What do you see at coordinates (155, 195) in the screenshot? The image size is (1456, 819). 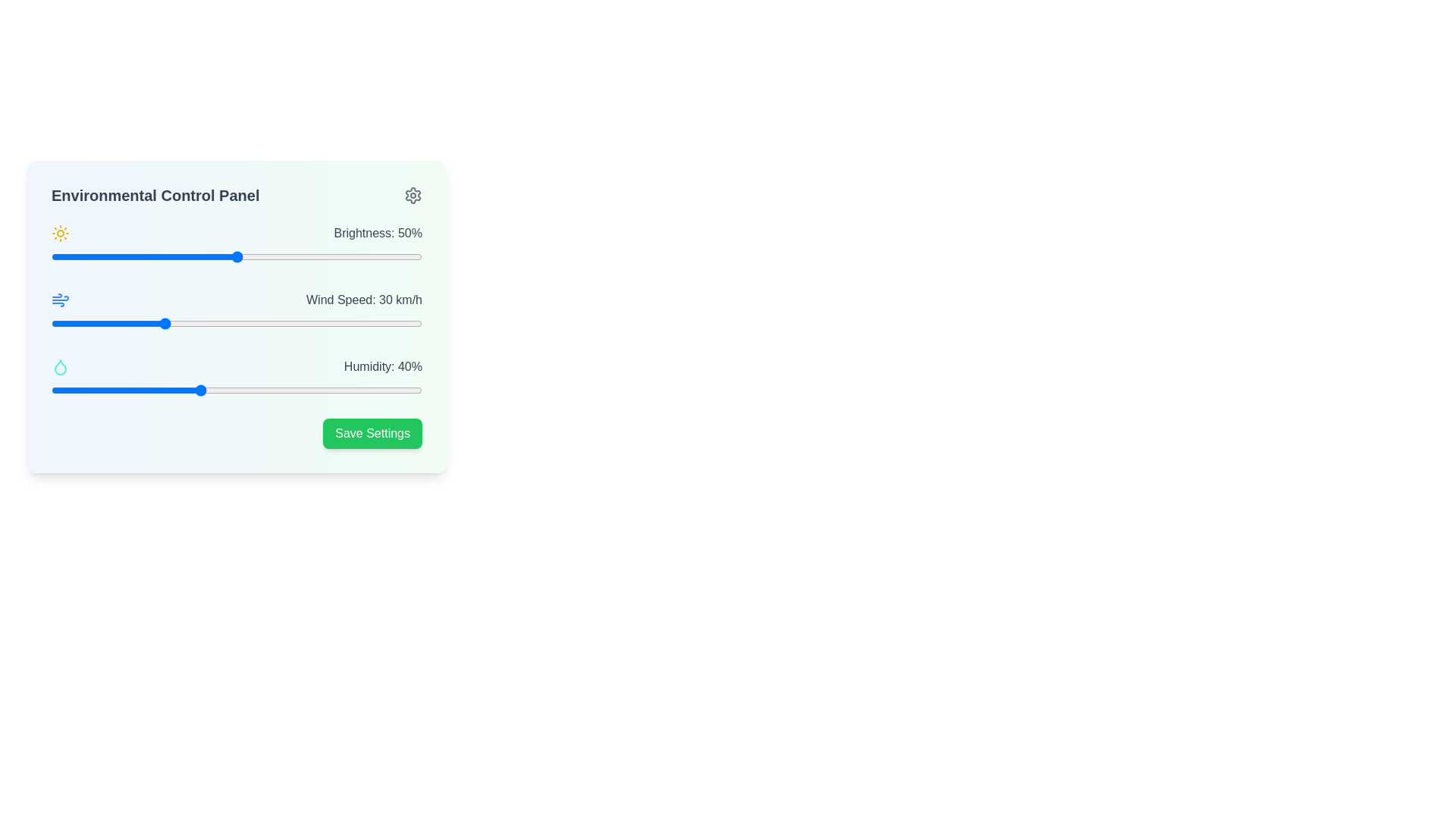 I see `the 'Environmental Control Panel' label, which displays the title in bold, gray font at the top of the environmental settings interface` at bounding box center [155, 195].